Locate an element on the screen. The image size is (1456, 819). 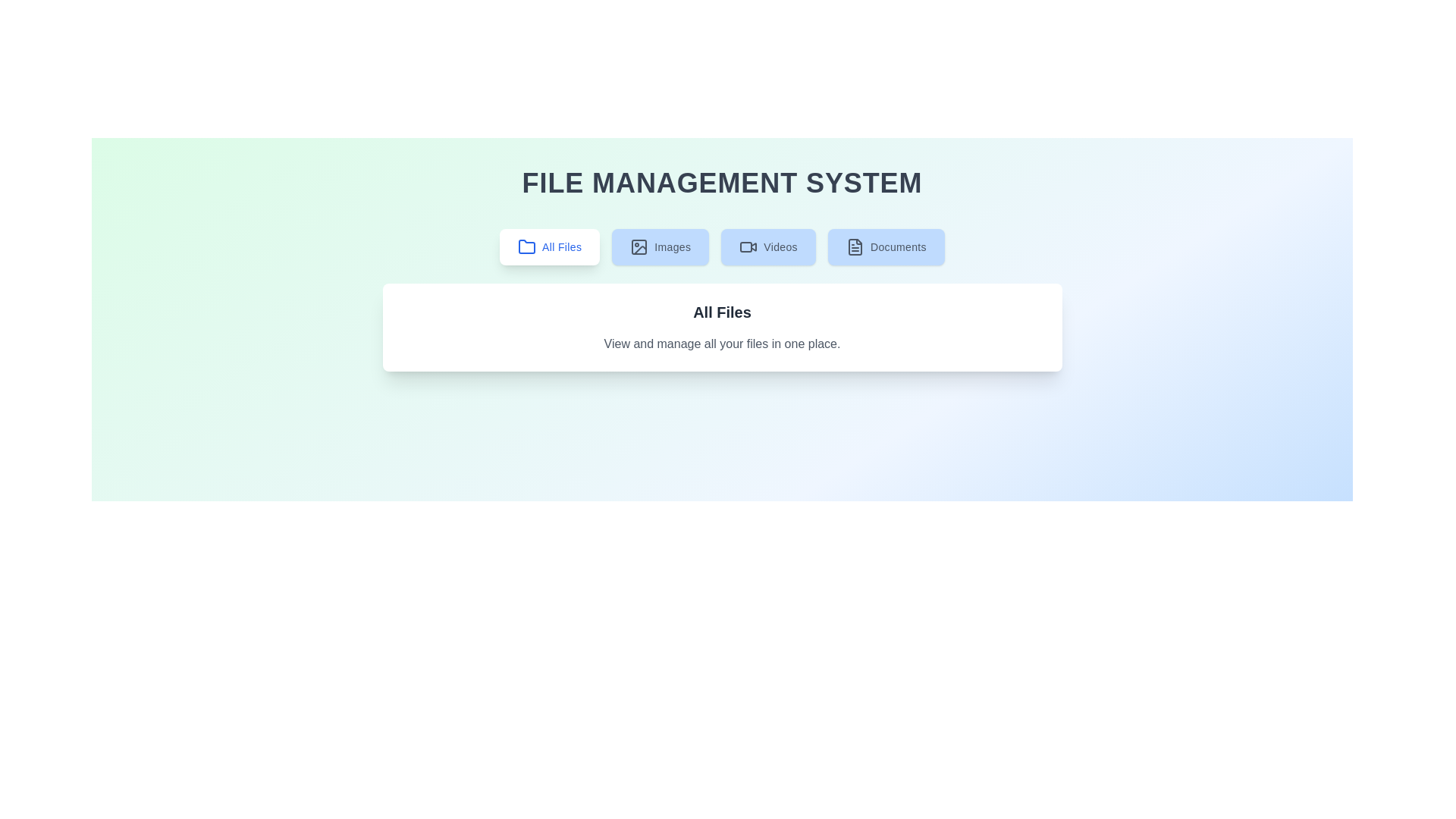
the button corresponding to the file category Videos is located at coordinates (768, 246).